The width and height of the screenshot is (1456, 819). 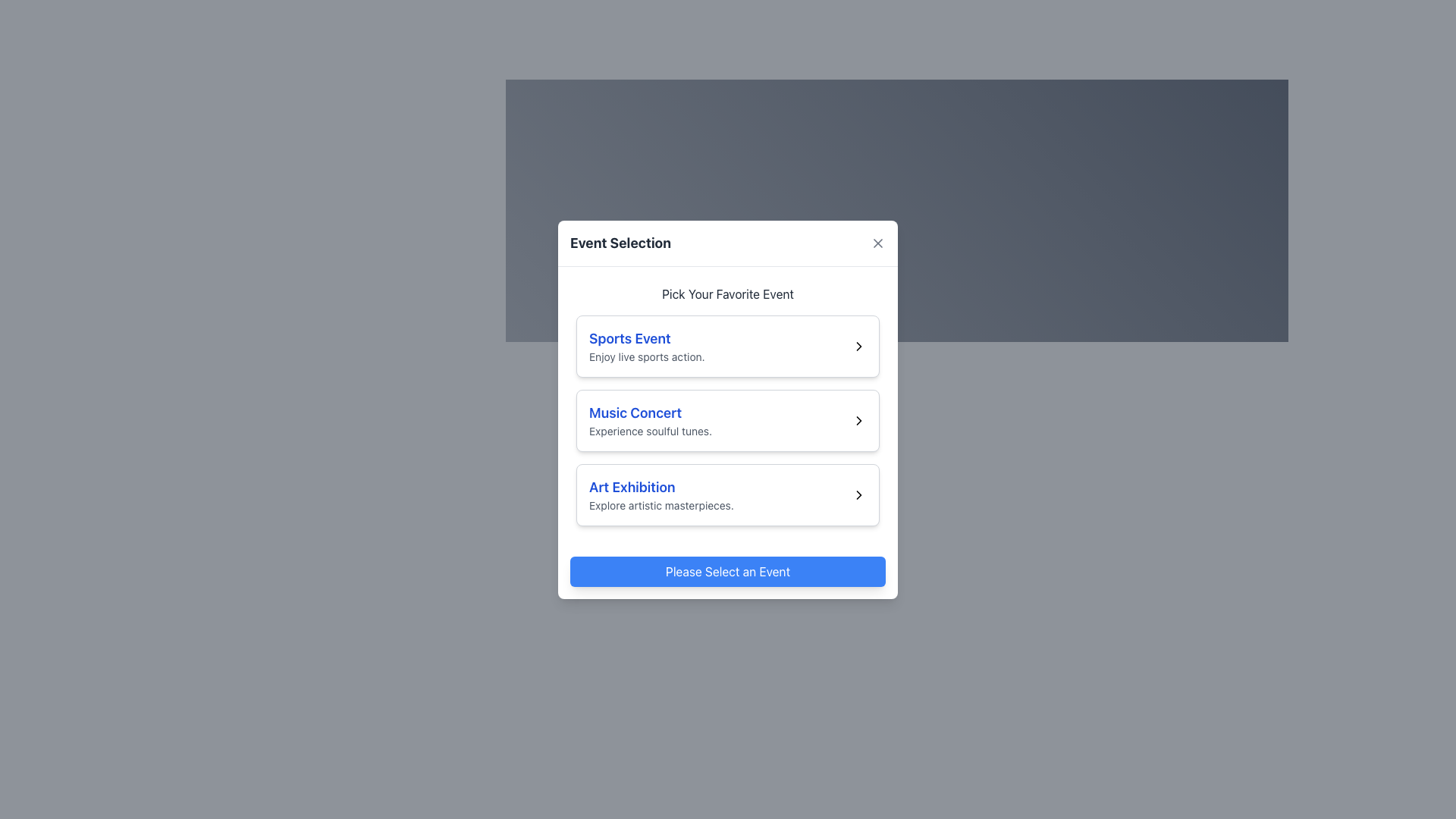 What do you see at coordinates (858, 420) in the screenshot?
I see `the chevron icon located on the far-right of the 'Music Concert' list item in the 'Event Selection' dialog` at bounding box center [858, 420].